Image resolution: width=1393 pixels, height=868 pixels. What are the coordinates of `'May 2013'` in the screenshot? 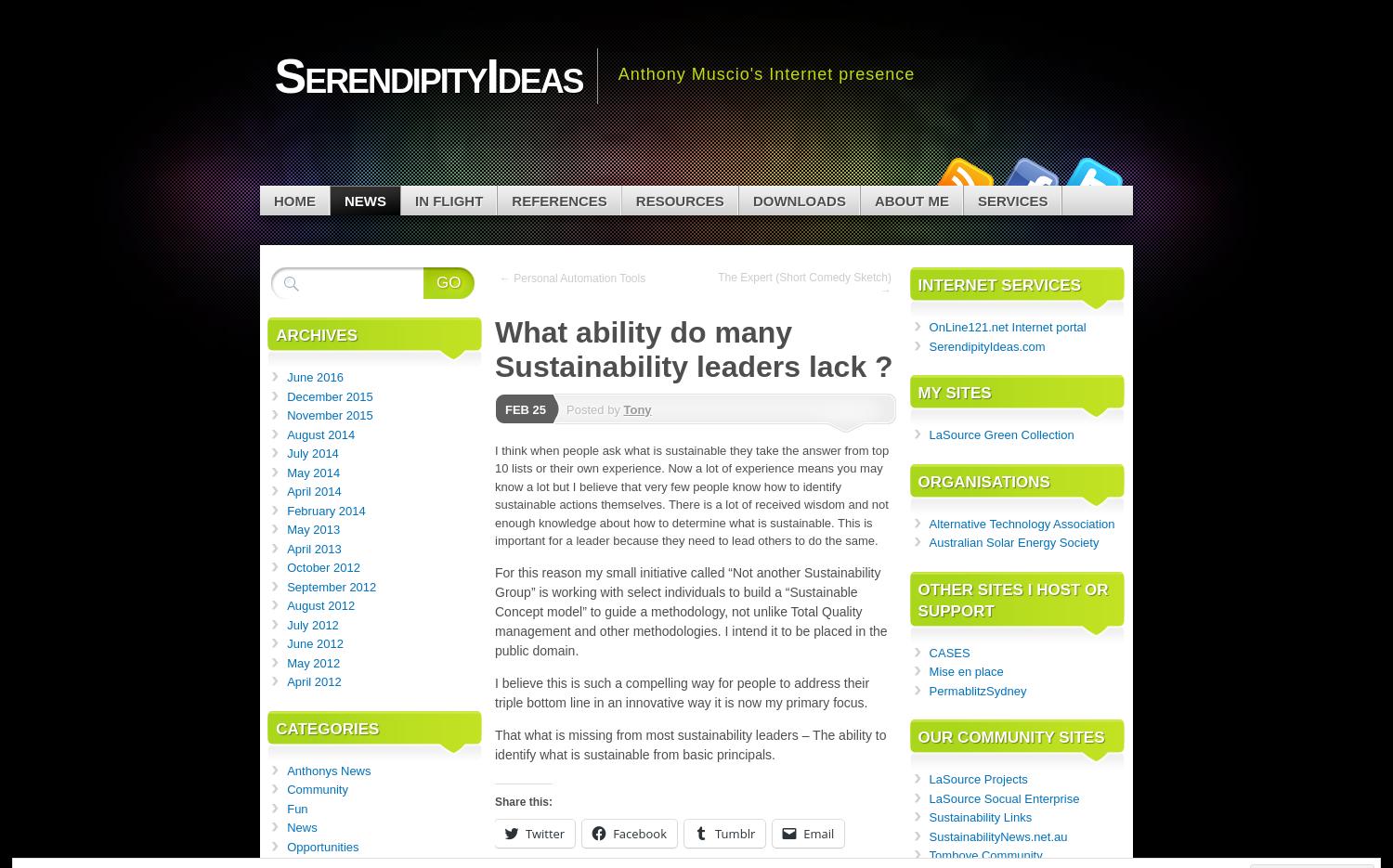 It's located at (312, 529).